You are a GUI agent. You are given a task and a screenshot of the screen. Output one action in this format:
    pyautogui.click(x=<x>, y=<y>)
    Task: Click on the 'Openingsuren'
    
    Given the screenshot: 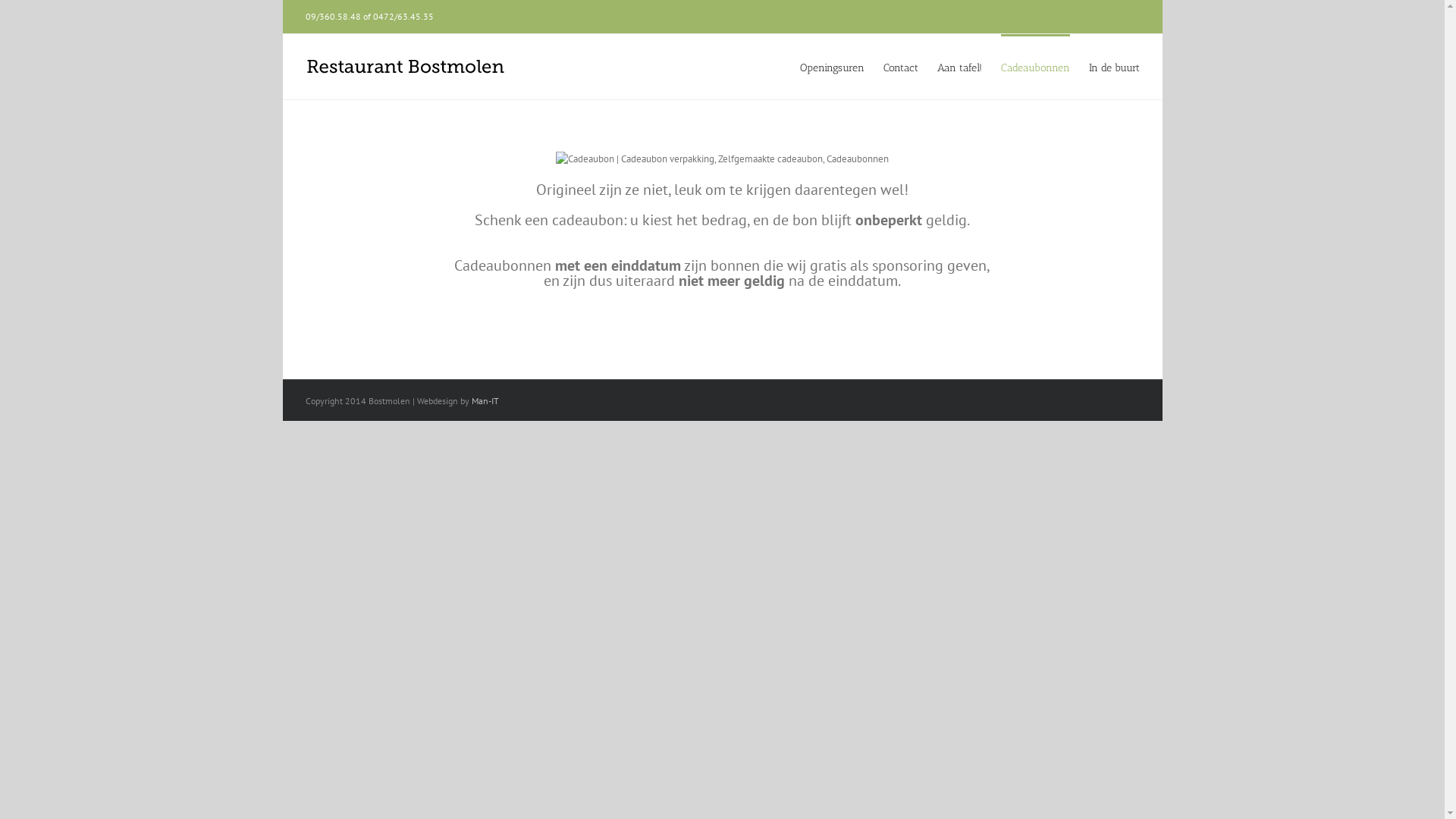 What is the action you would take?
    pyautogui.click(x=830, y=66)
    